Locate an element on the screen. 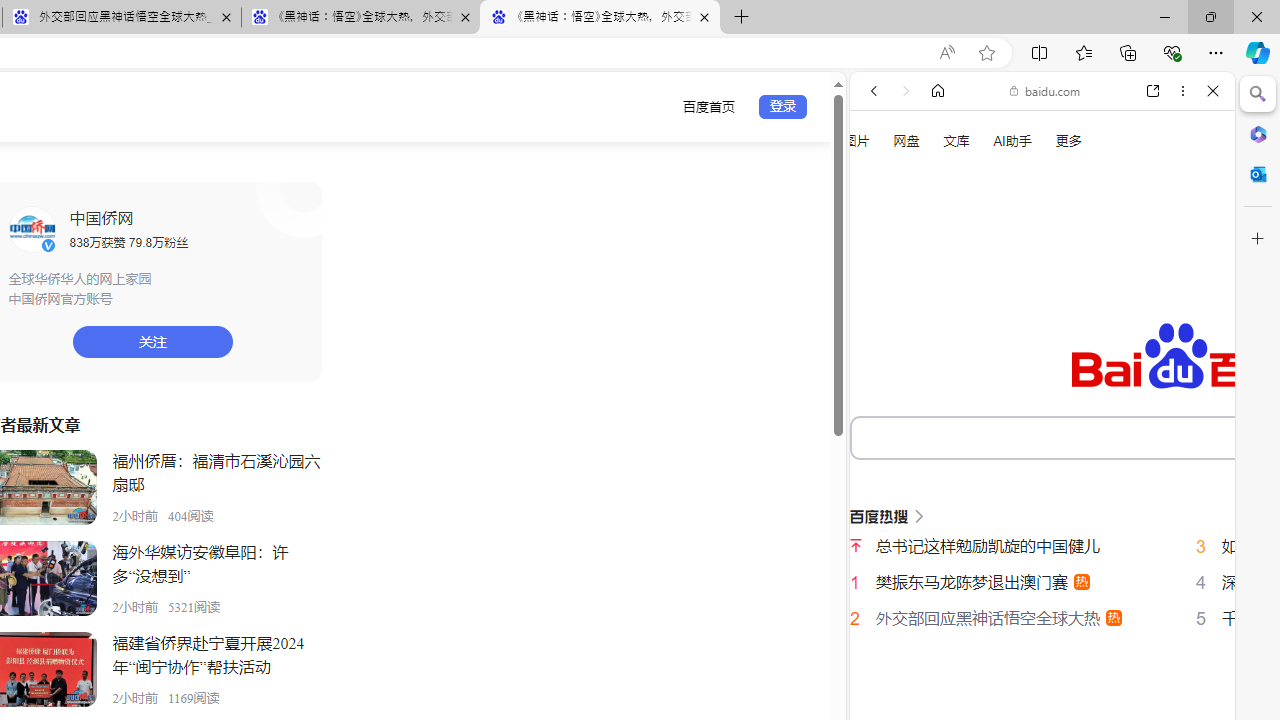 The width and height of the screenshot is (1280, 720). 'Search Filter, VIDEOS' is located at coordinates (1006, 338).